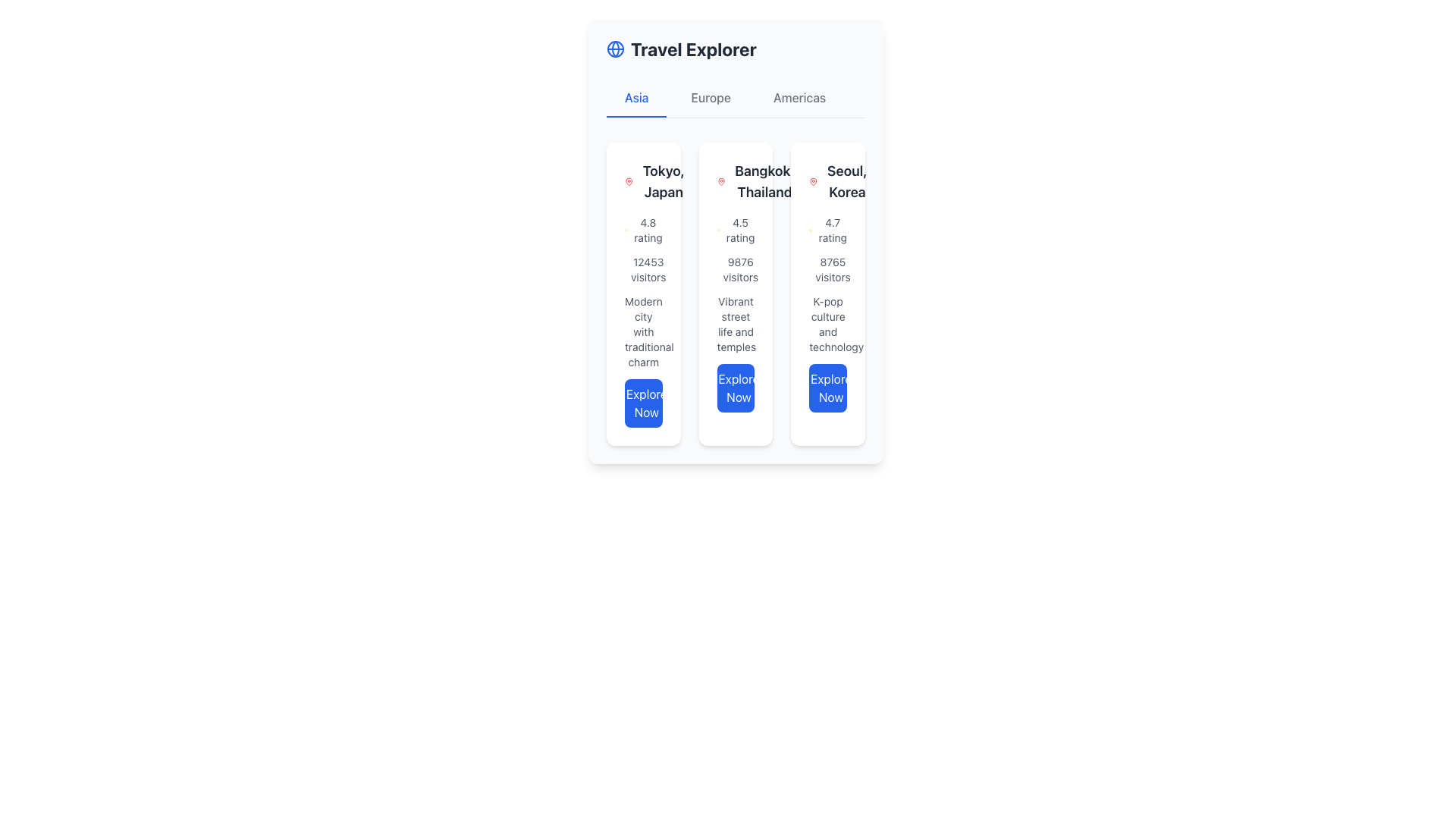  Describe the element at coordinates (846, 180) in the screenshot. I see `text label displaying 'Seoul, Korea' located on the third card in the 'Asia' tab of the 'Travel Explorer' section, positioned below the red location marker icon` at that location.